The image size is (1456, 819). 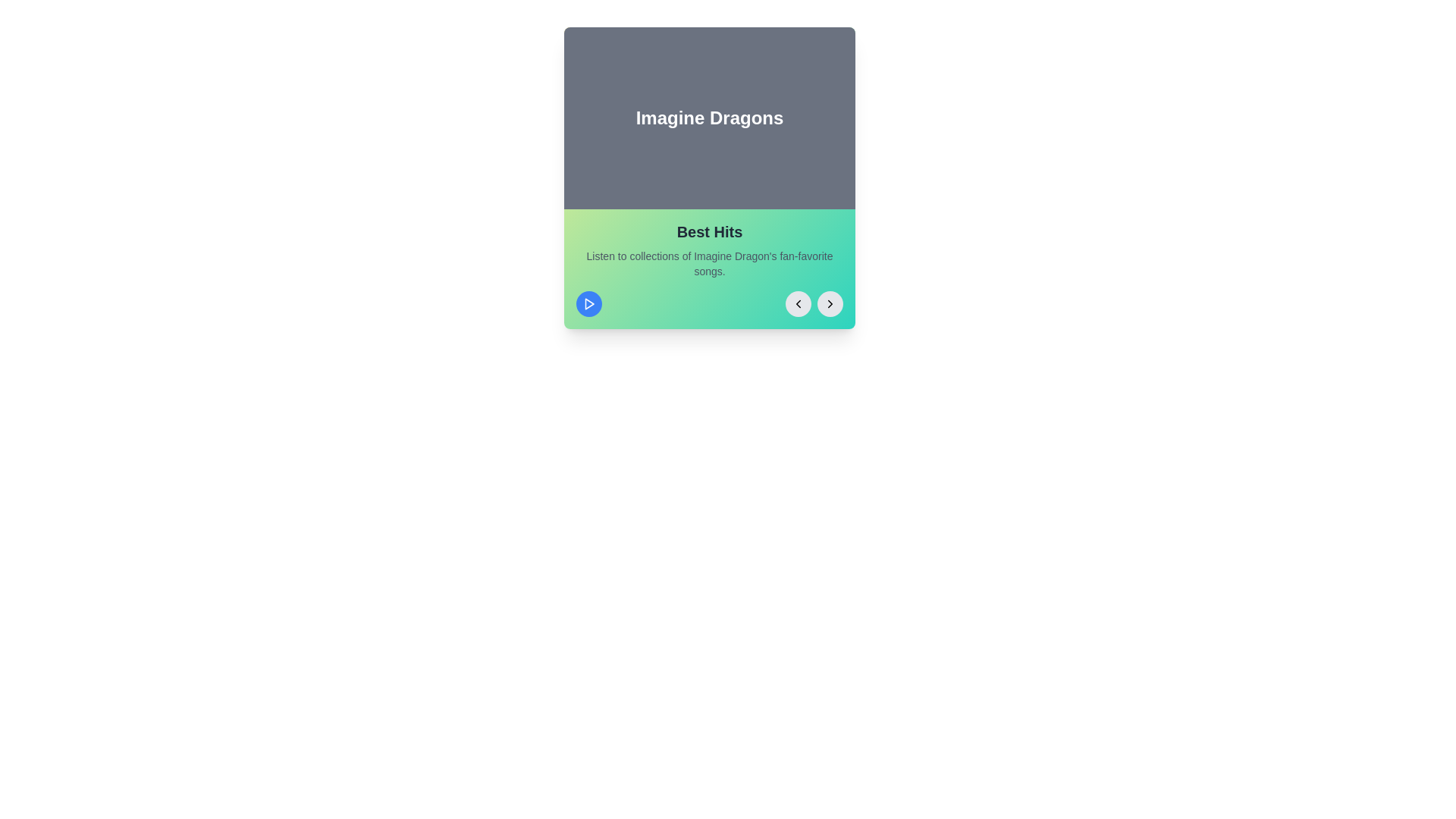 I want to click on the right circular navigation button with a gray background and a rightward black arrow icon, so click(x=814, y=304).